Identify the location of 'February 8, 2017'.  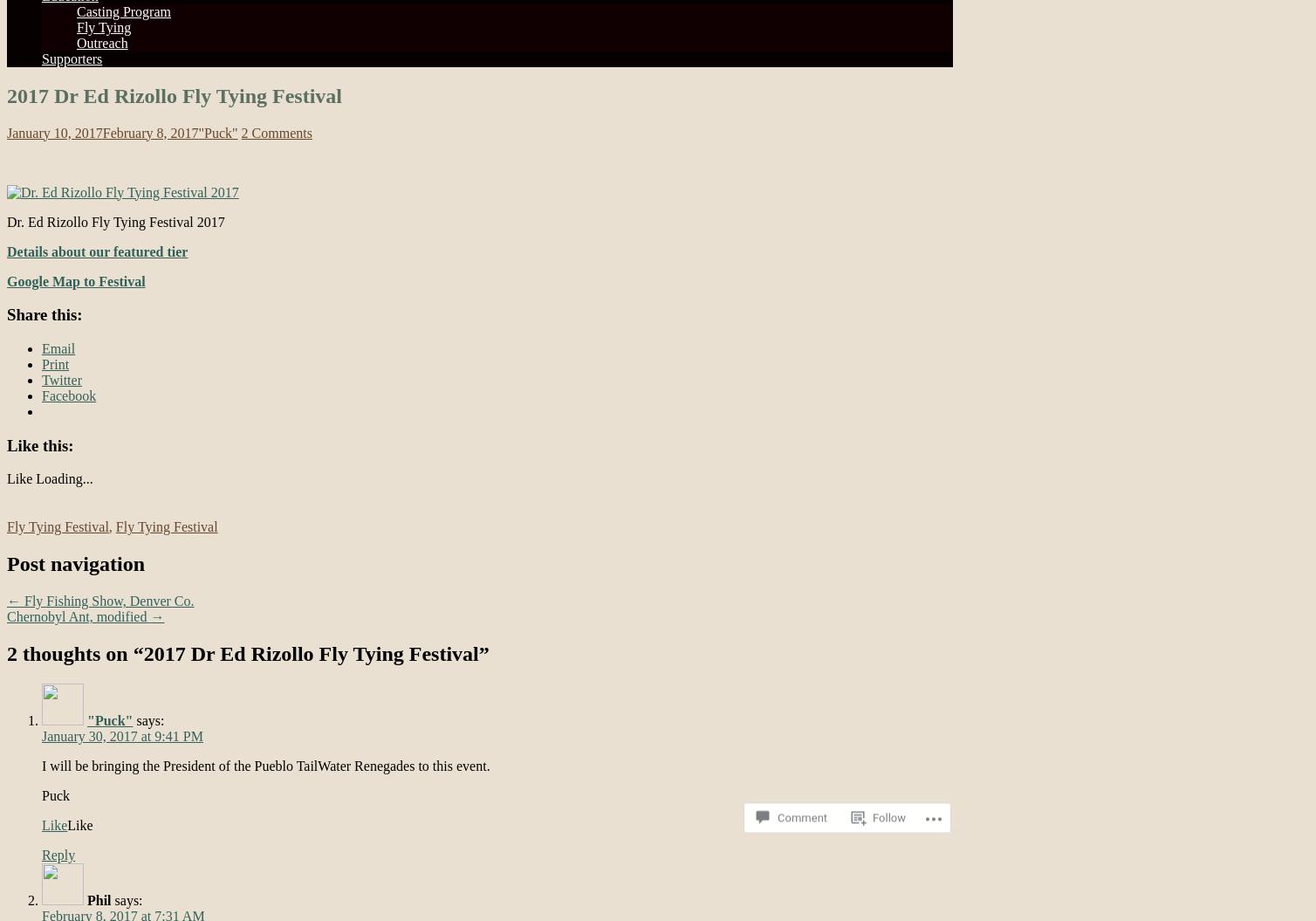
(150, 132).